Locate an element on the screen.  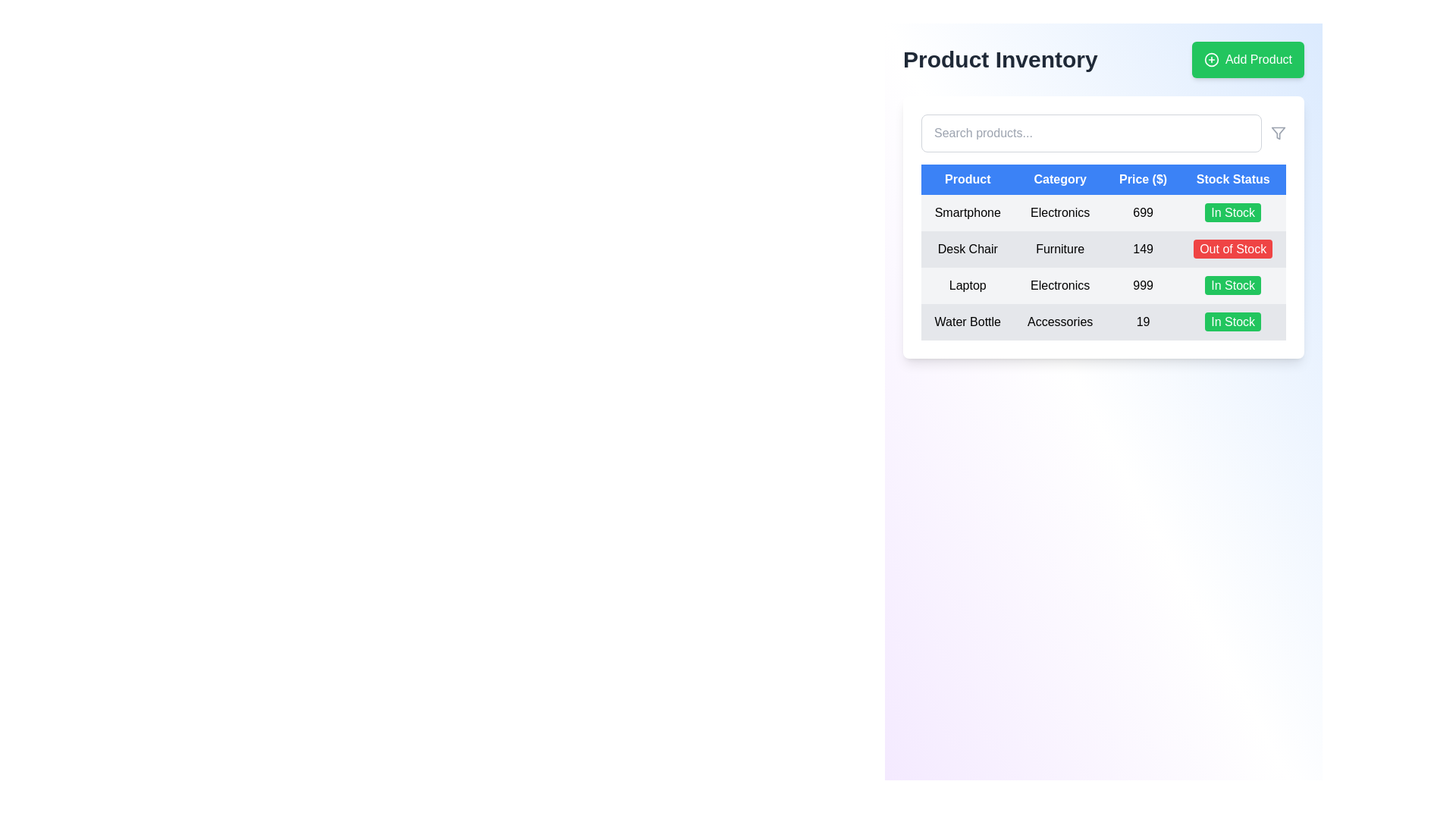
the circular green icon with a plus sign, located to the left of the 'Add Product' button in the header section is located at coordinates (1211, 58).